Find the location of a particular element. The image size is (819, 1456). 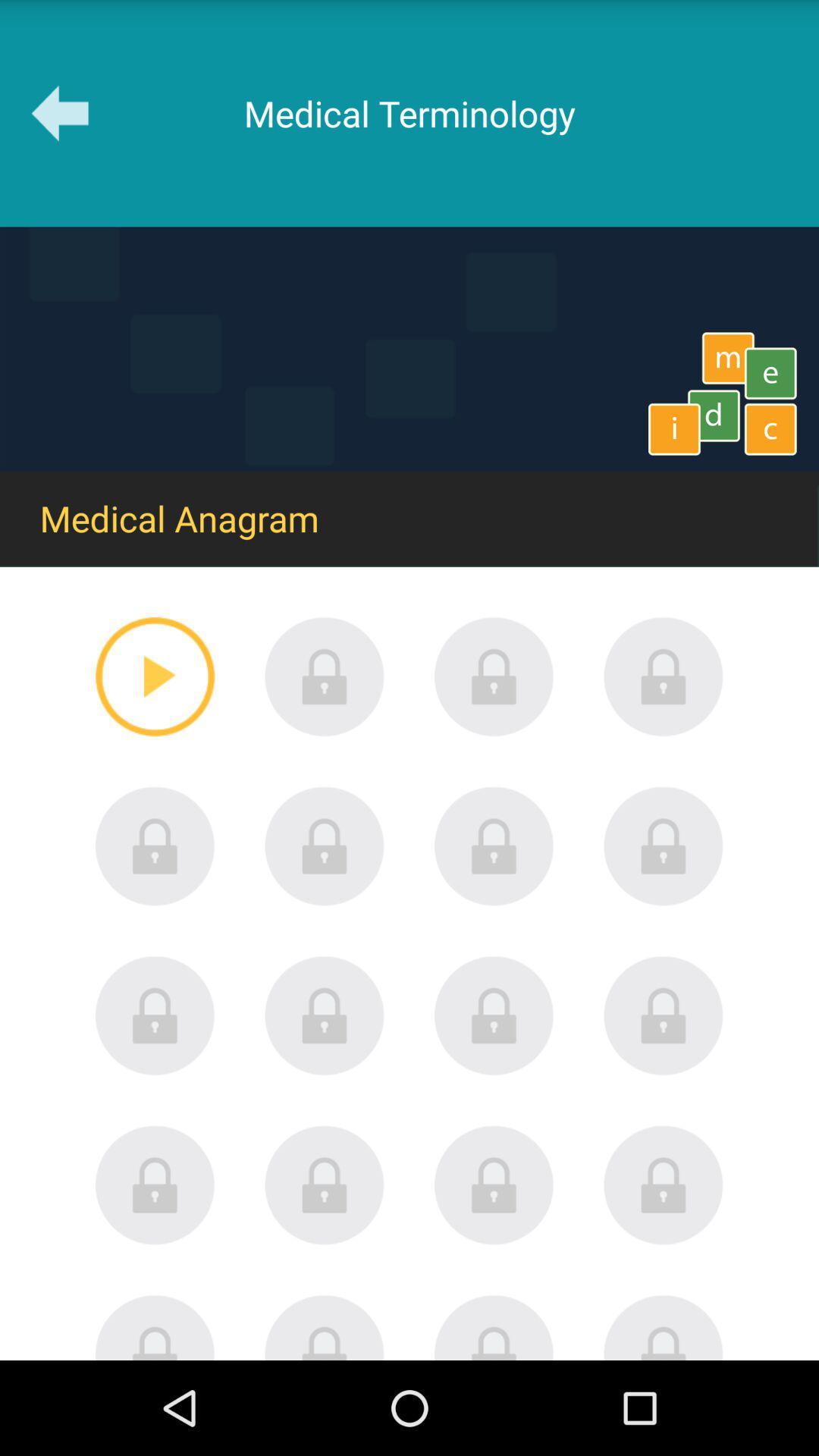

the lock icon is located at coordinates (663, 905).